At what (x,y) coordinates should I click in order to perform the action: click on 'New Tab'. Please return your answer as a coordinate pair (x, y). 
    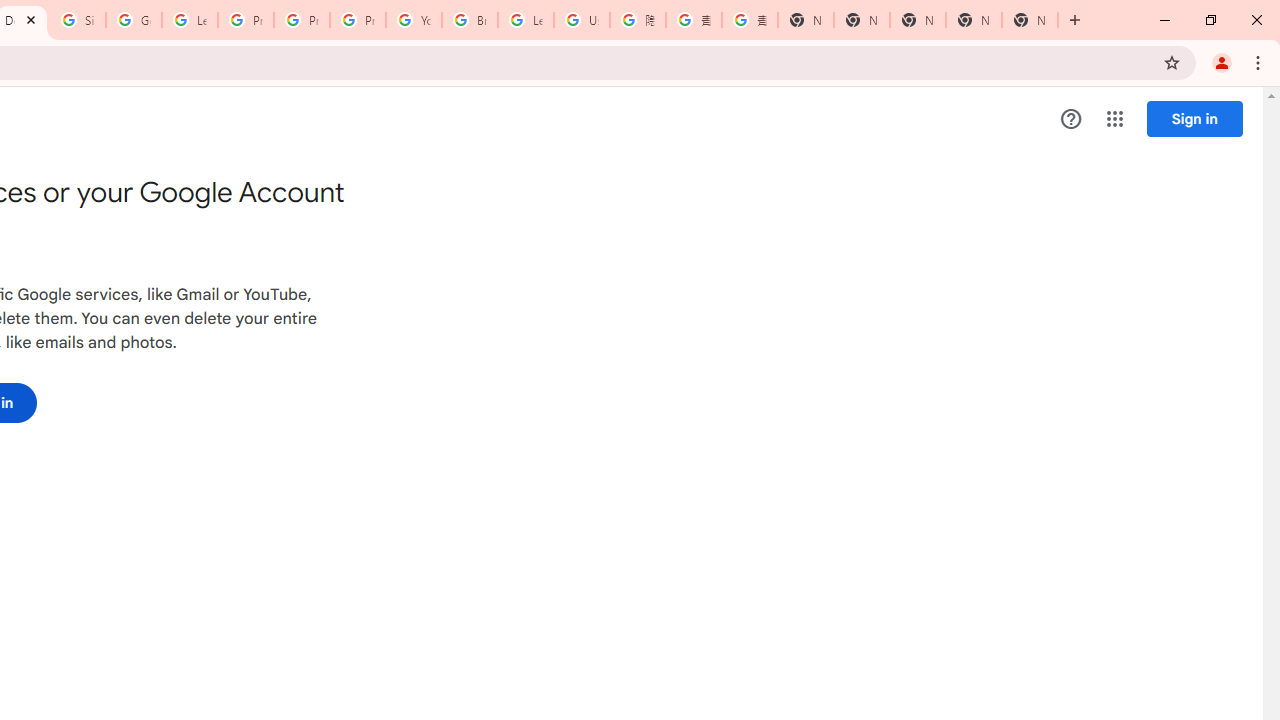
    Looking at the image, I should click on (1030, 20).